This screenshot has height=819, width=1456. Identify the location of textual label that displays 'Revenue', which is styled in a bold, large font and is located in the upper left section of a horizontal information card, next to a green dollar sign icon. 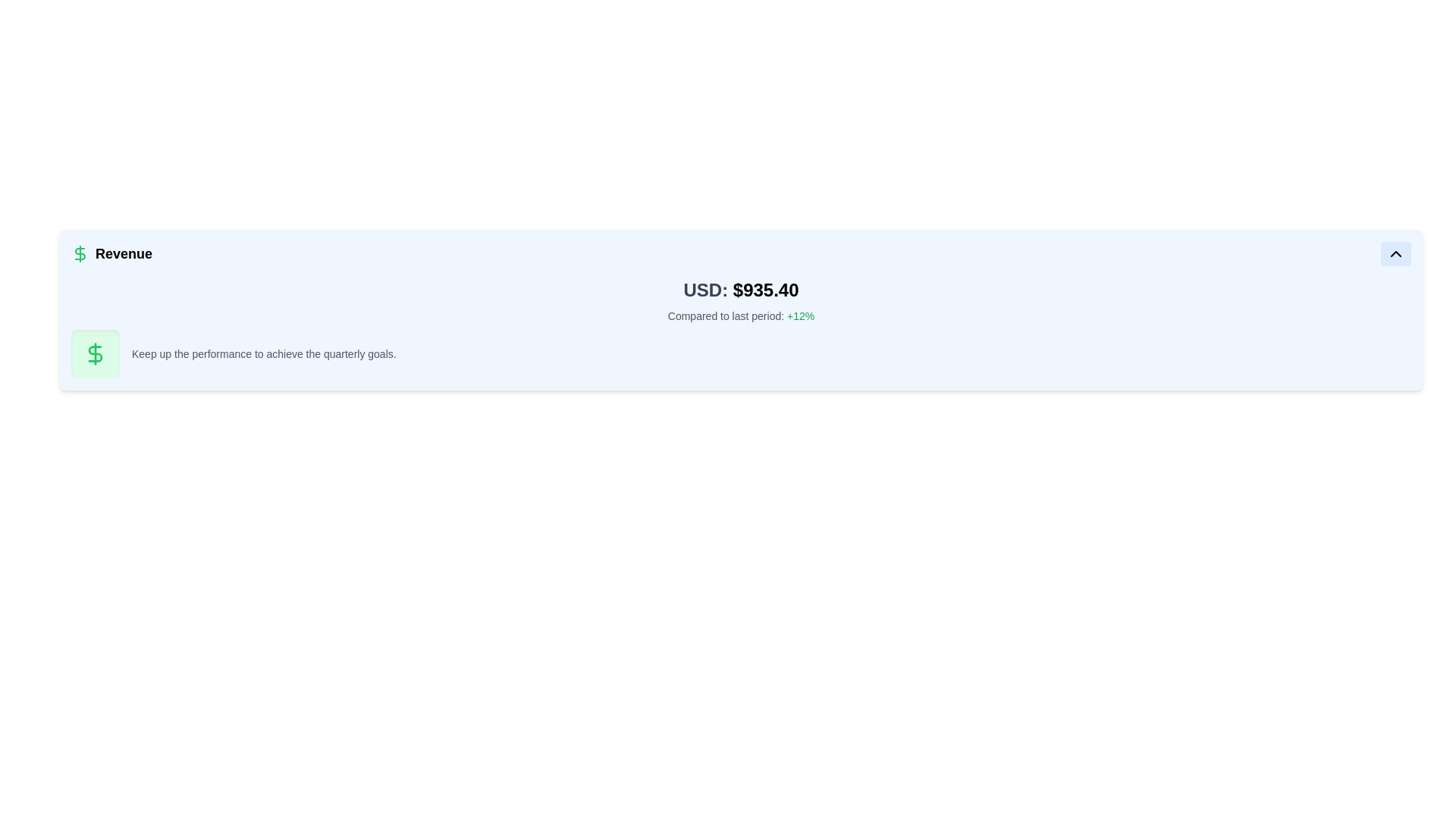
(111, 253).